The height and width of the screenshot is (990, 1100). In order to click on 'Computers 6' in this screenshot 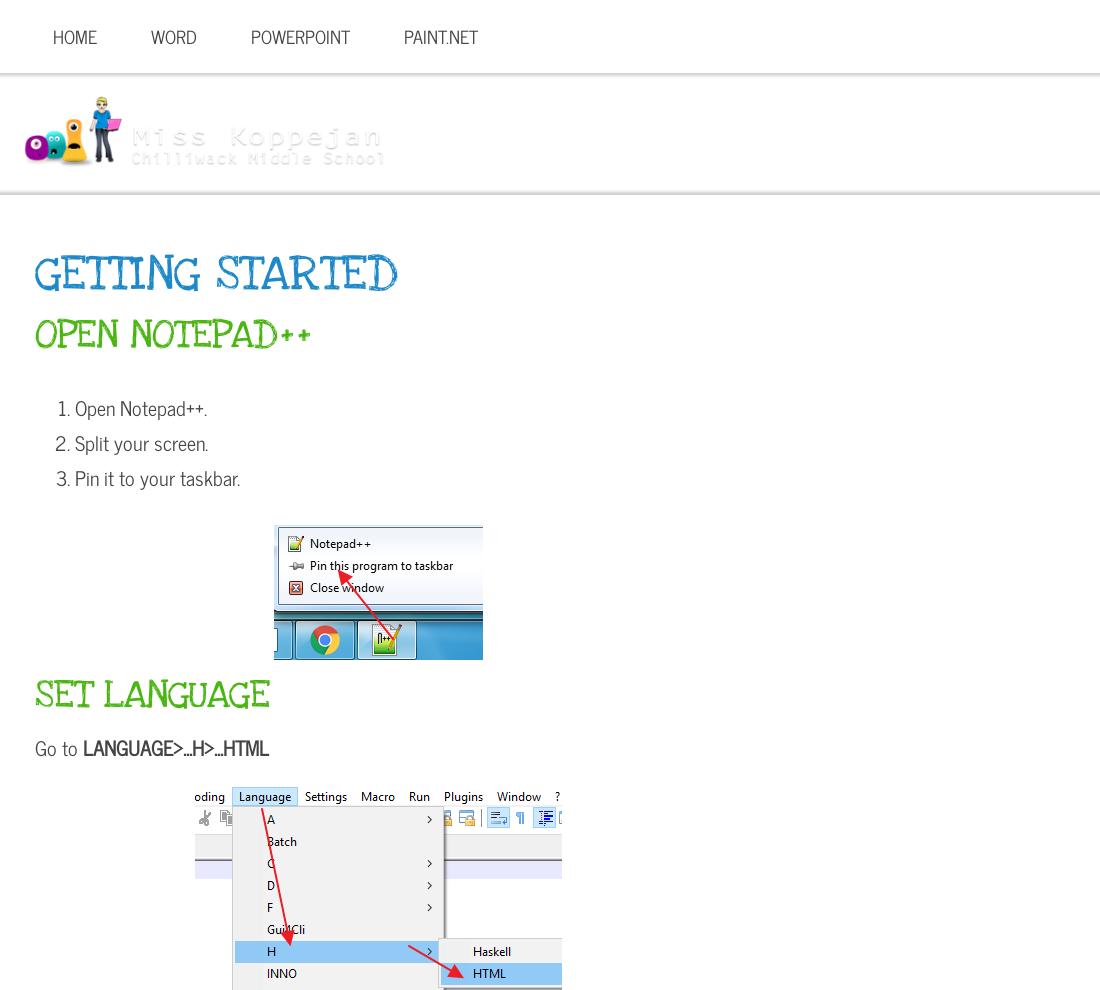, I will do `click(574, 127)`.